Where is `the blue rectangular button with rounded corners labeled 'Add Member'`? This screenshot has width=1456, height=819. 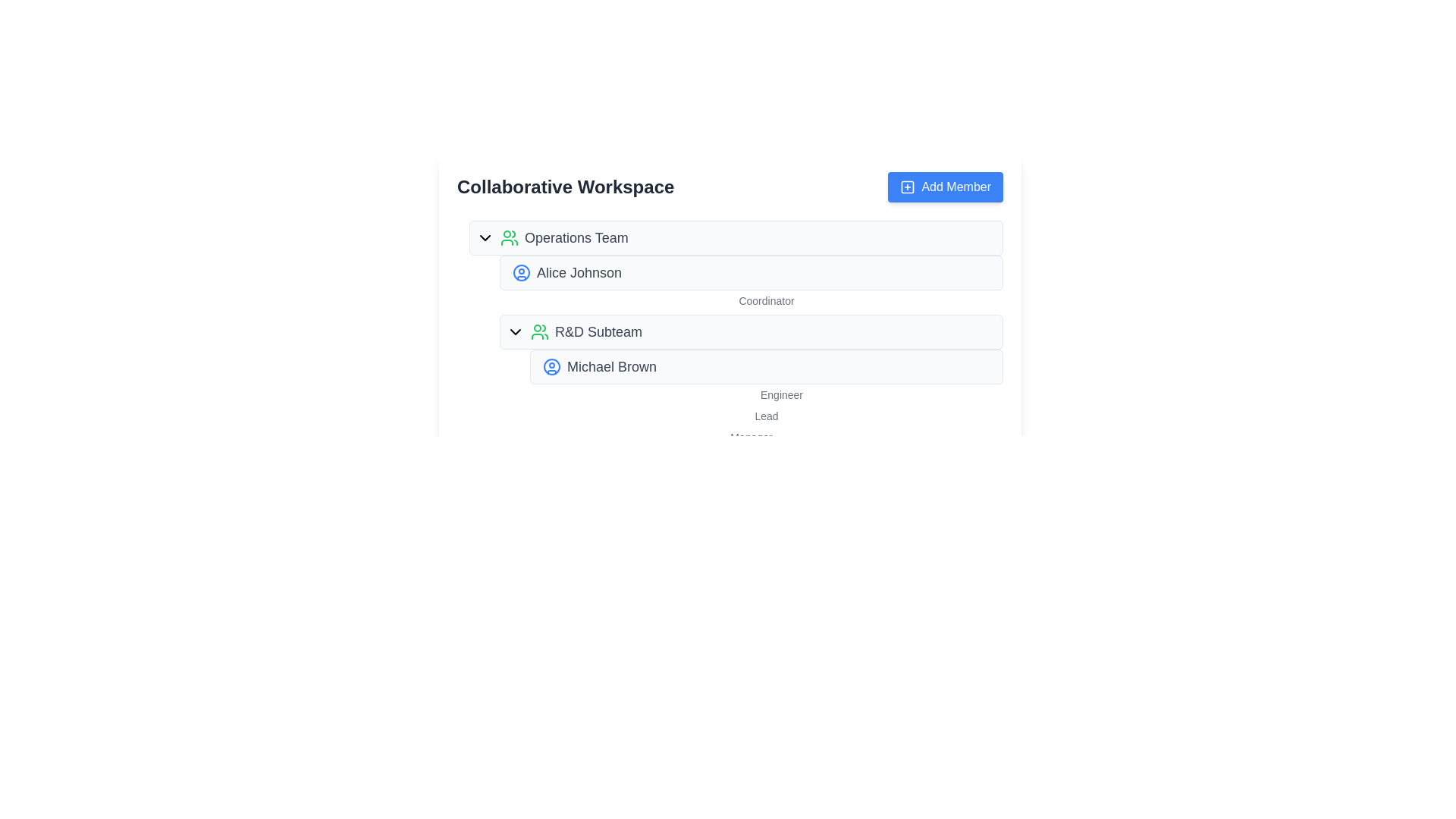 the blue rectangular button with rounded corners labeled 'Add Member' is located at coordinates (945, 186).